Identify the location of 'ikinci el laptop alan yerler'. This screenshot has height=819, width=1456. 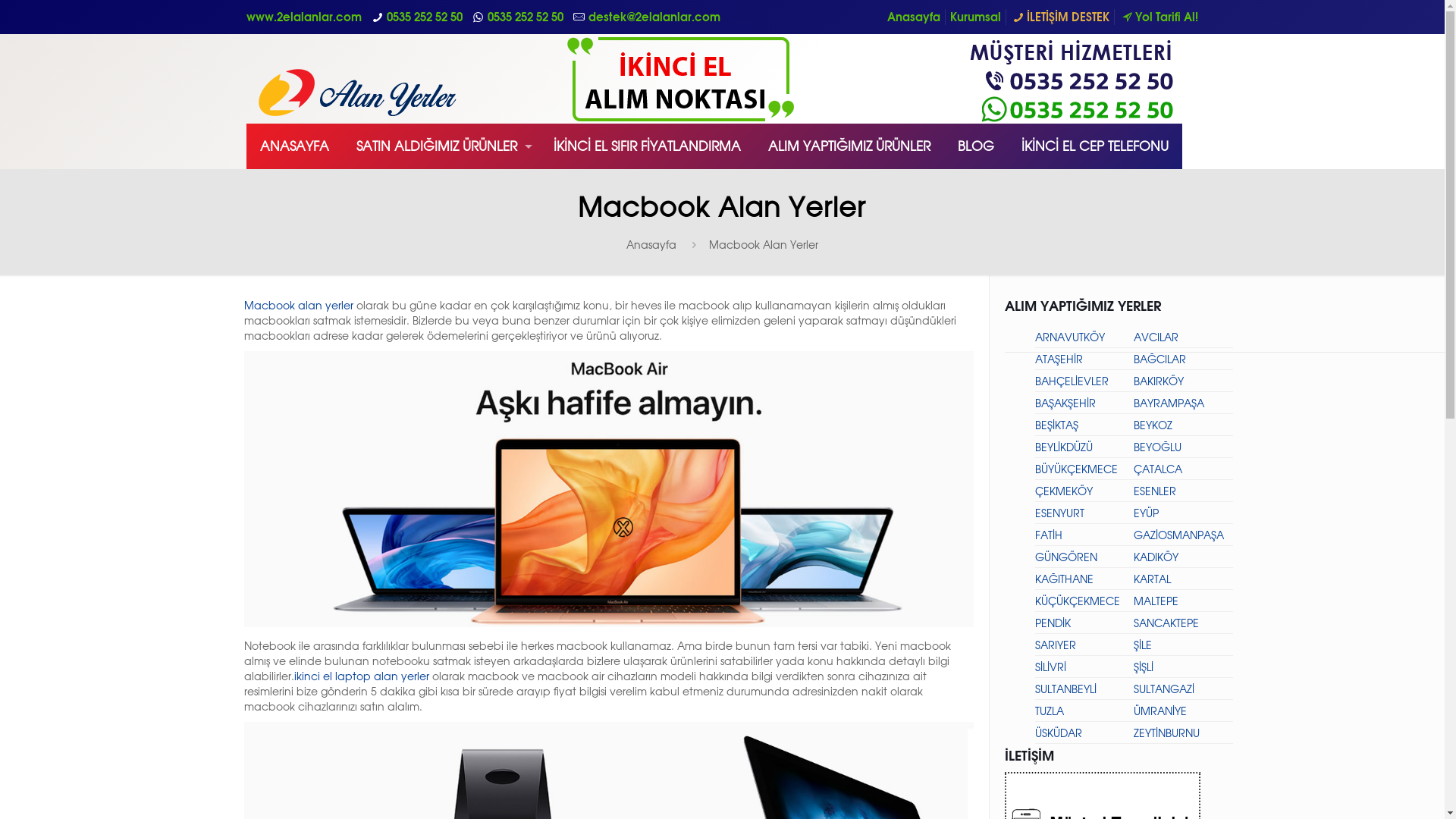
(360, 675).